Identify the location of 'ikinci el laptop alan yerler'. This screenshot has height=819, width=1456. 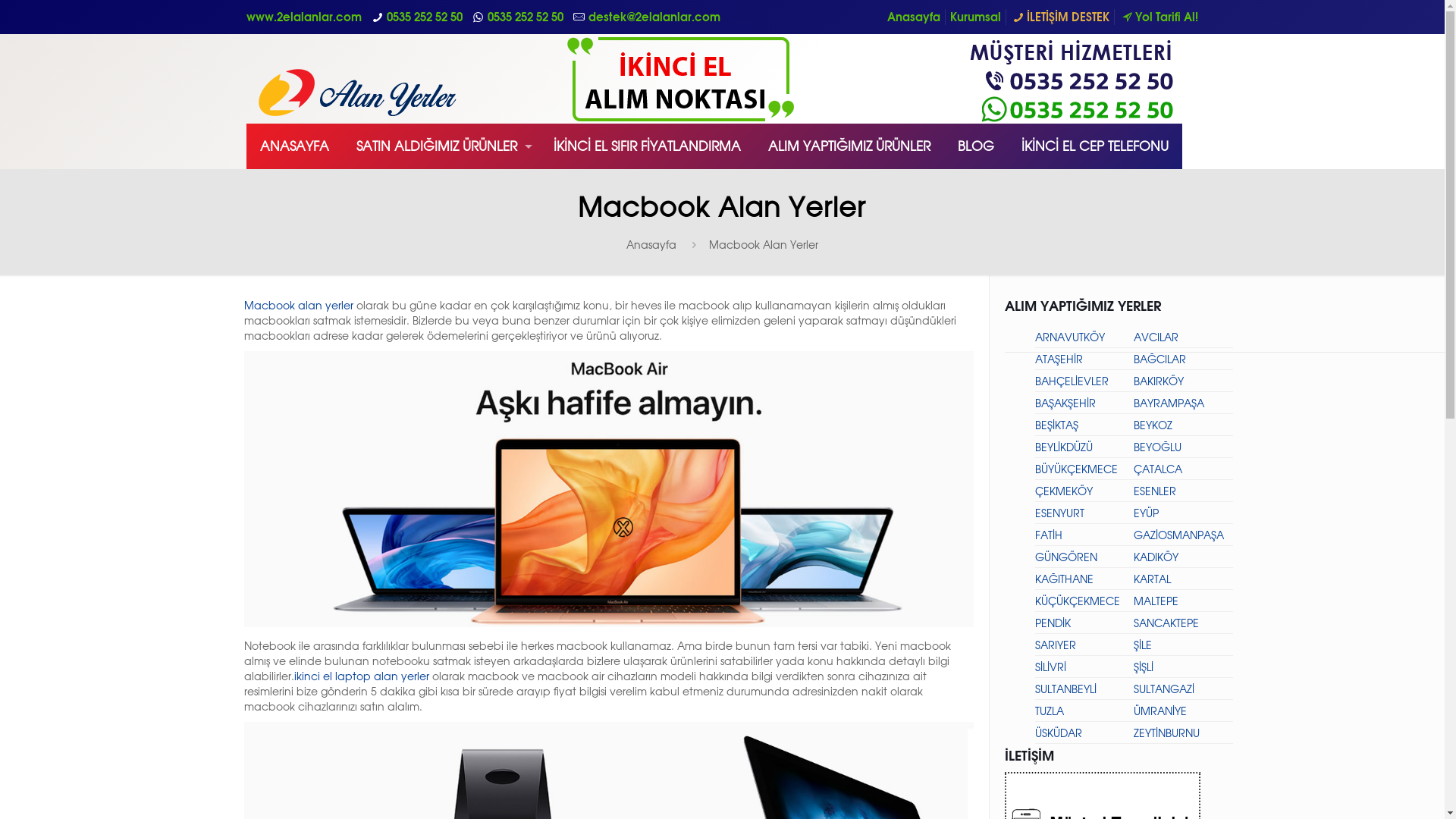
(360, 675).